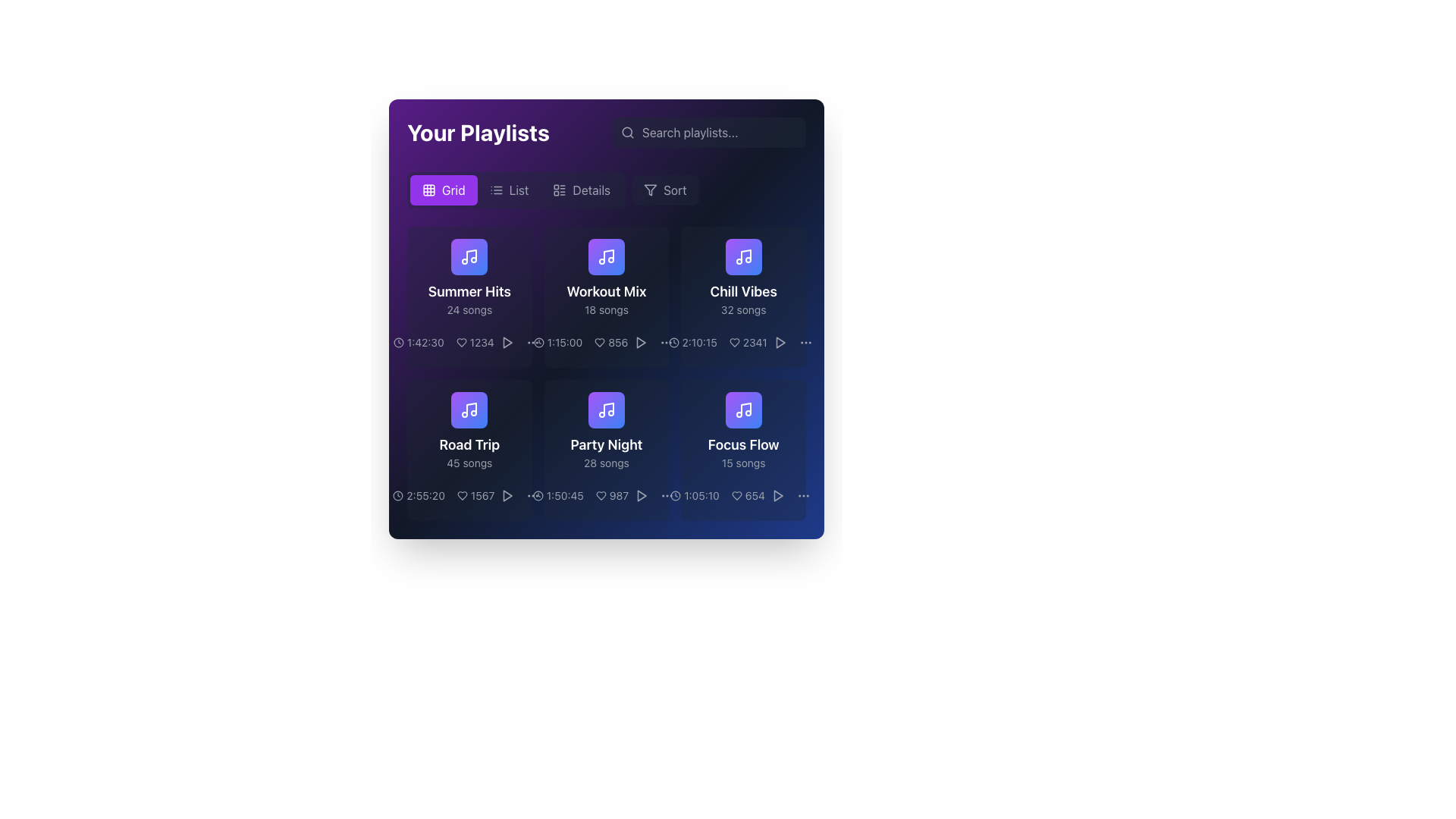  I want to click on to select the 'Focus Flow' playlist card, which features a bold white title and a musical note icon, located in the bottom-right corner of the playlist grid interface, so click(743, 450).